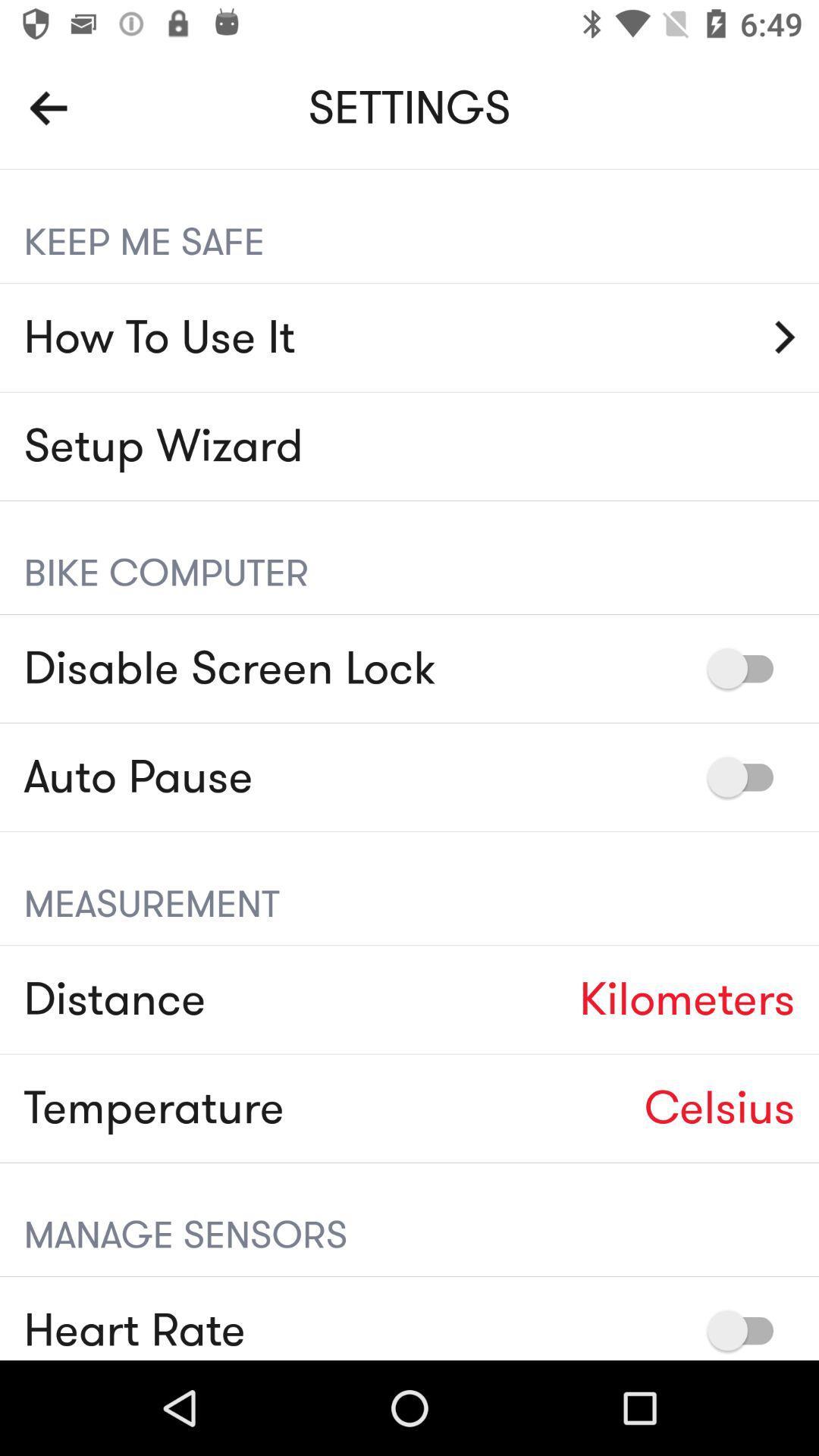 This screenshot has height=1456, width=819. Describe the element at coordinates (747, 667) in the screenshot. I see `to disable screen lock` at that location.